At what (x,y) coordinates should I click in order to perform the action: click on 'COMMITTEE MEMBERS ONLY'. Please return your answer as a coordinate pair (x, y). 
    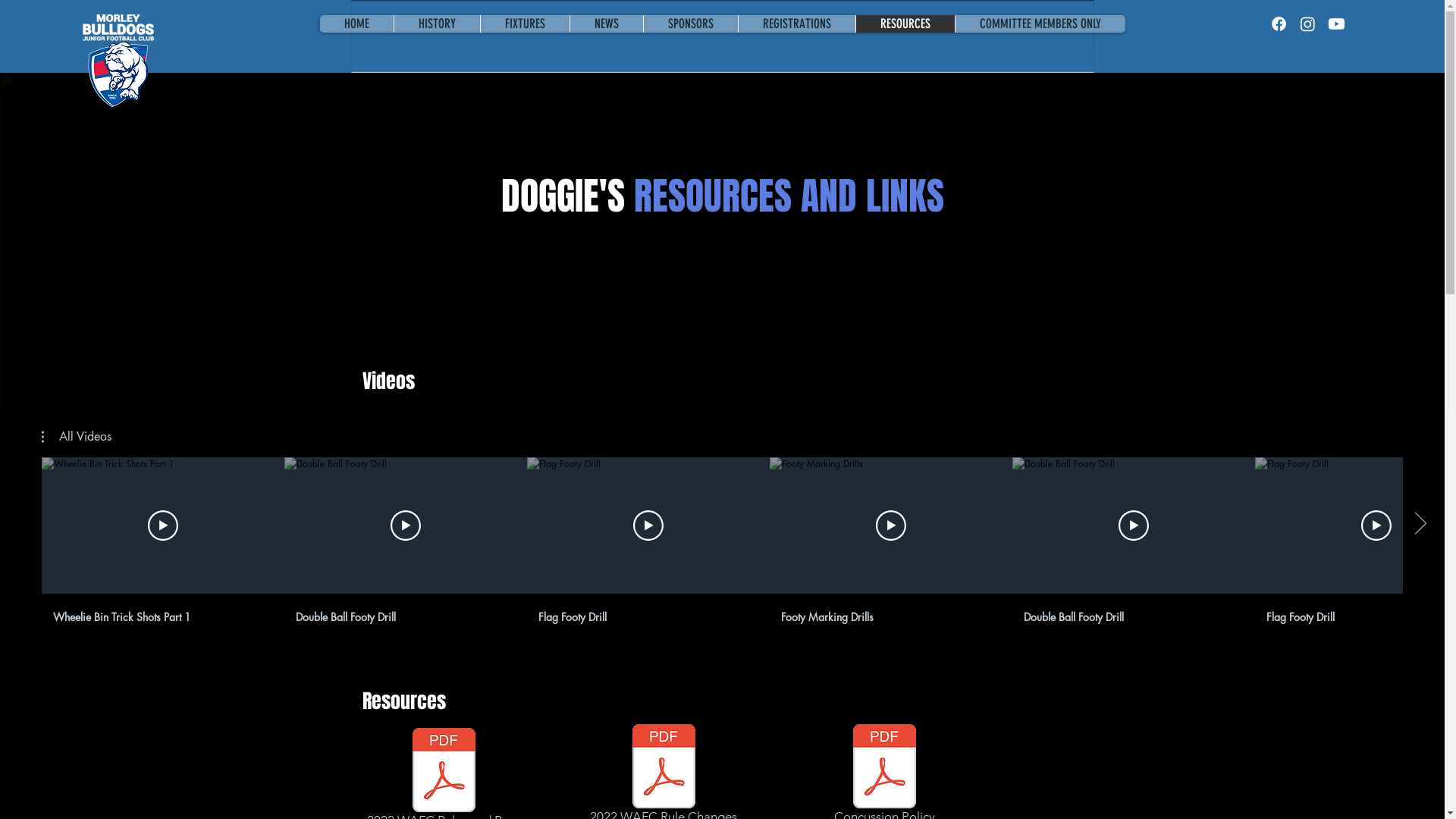
    Looking at the image, I should click on (1038, 24).